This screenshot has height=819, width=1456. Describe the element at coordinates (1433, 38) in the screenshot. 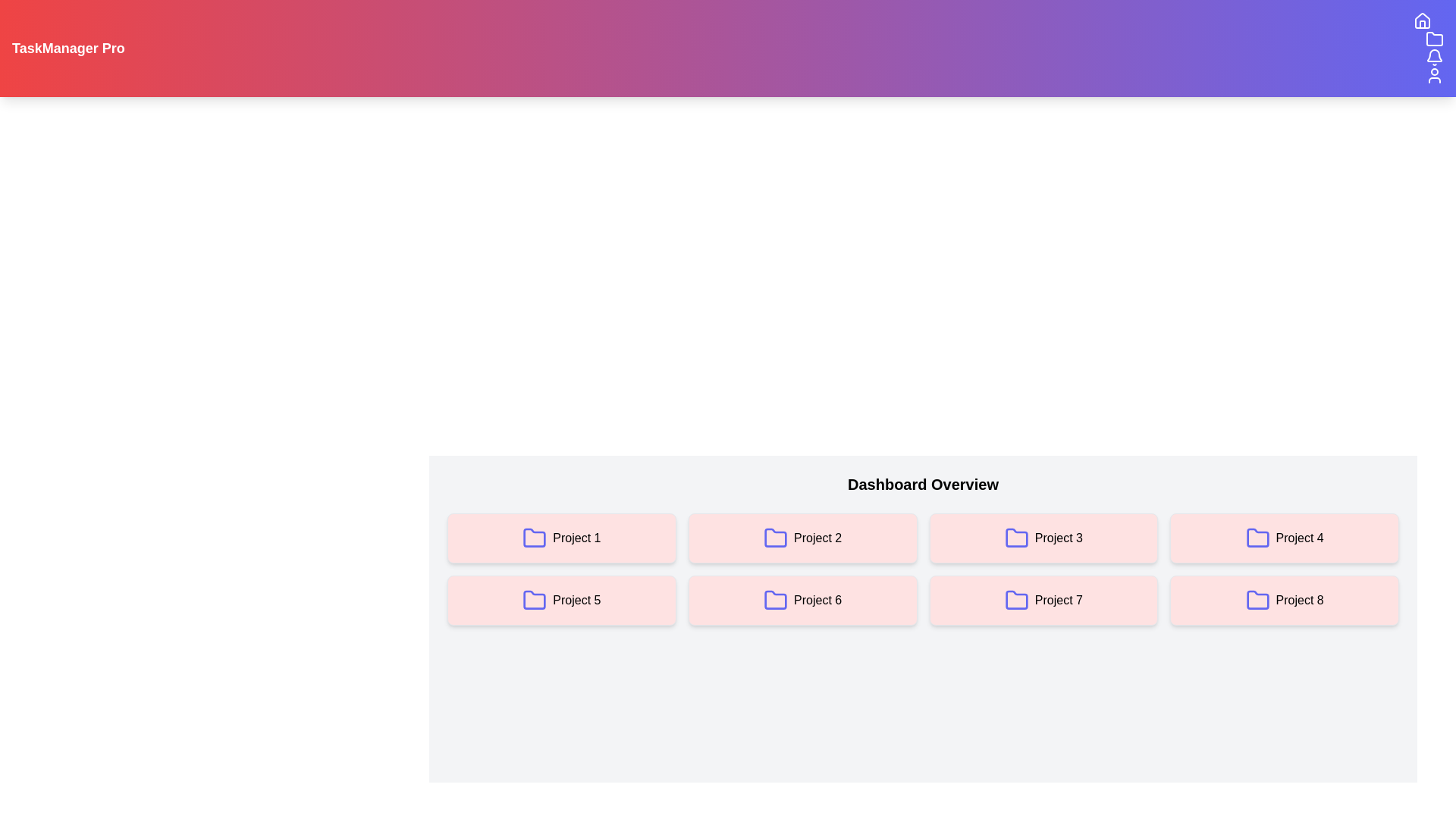

I see `the navigation icon Folder to perform its associated action` at that location.